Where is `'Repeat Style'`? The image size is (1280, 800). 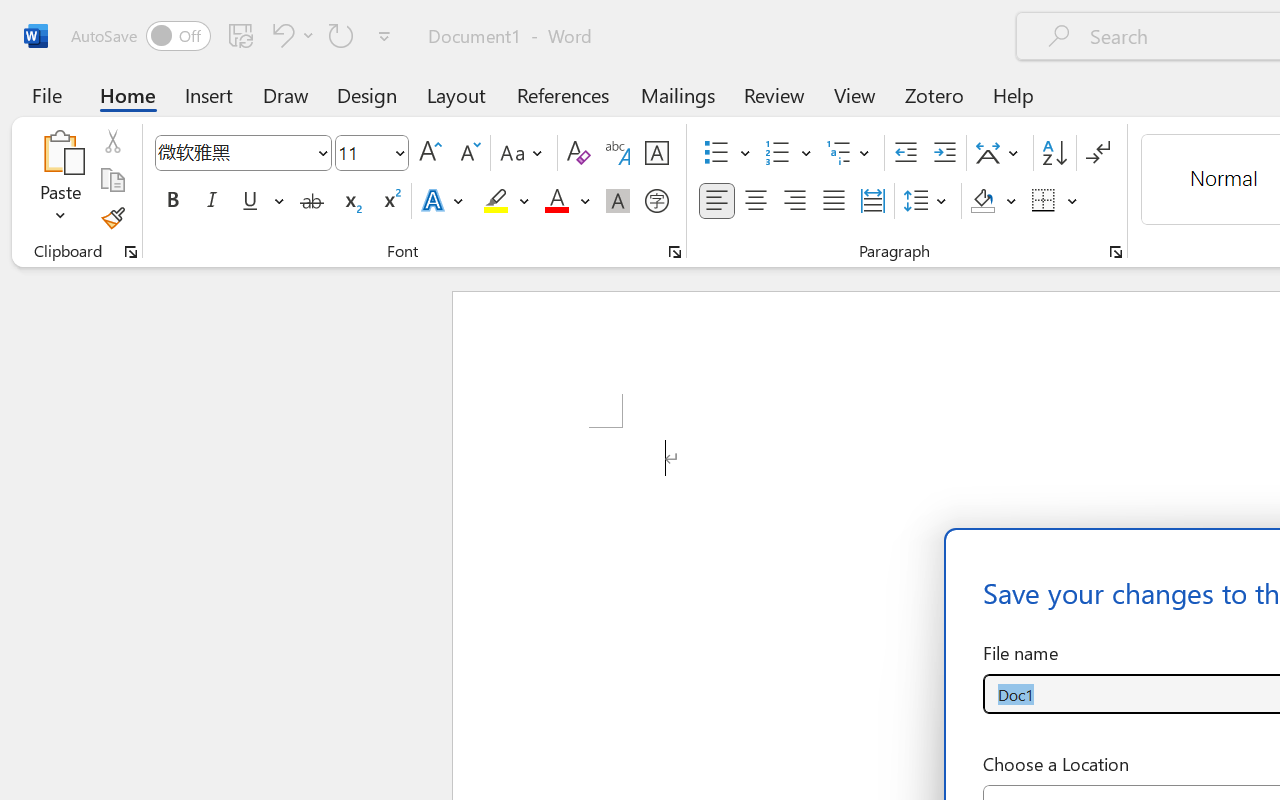 'Repeat Style' is located at coordinates (341, 34).